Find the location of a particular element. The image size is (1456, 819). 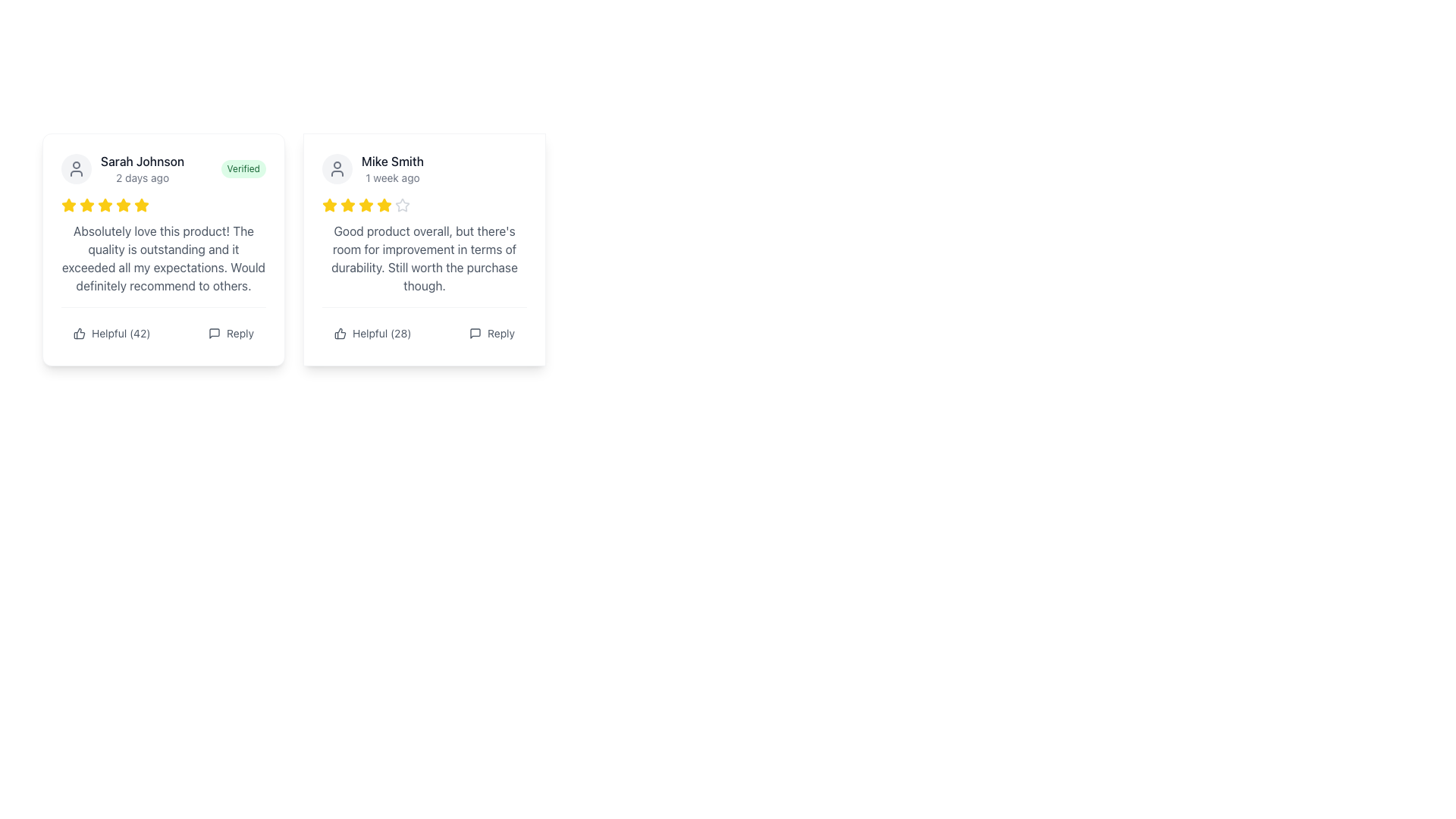

the 'Reply' icon located in the bottom right corner of Sarah Johnson's review card, which visually represents the 'Reply' action is located at coordinates (214, 332).